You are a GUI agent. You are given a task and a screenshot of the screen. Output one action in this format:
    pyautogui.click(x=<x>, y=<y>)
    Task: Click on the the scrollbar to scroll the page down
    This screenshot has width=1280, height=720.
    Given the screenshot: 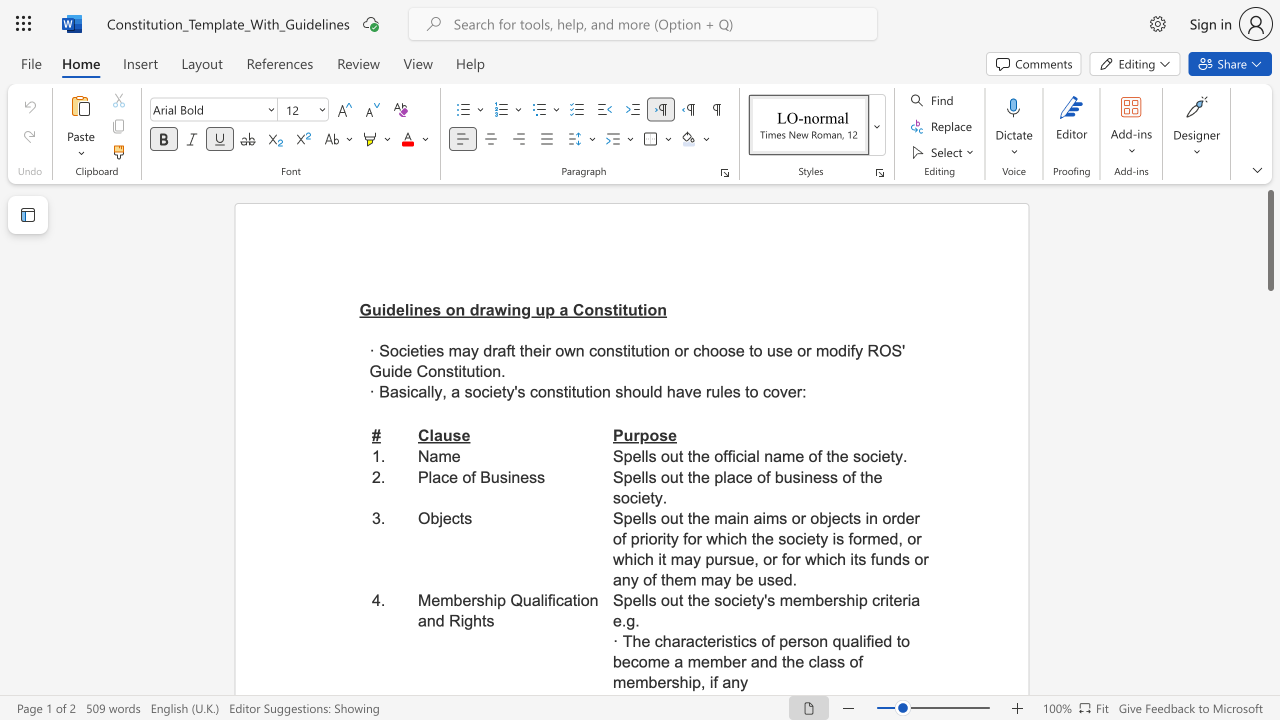 What is the action you would take?
    pyautogui.click(x=1269, y=418)
    